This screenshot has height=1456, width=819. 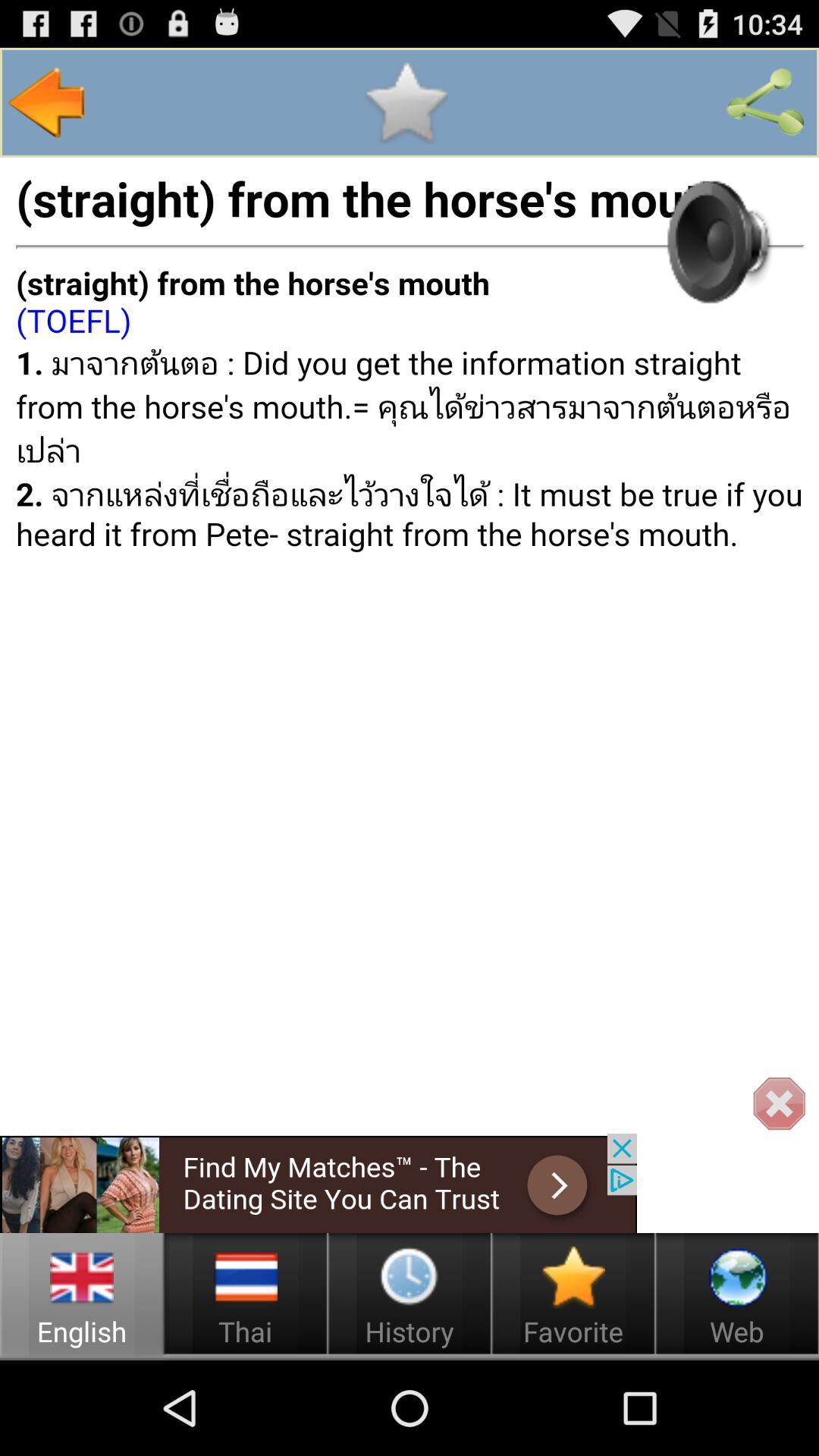 What do you see at coordinates (765, 102) in the screenshot?
I see `share with outside programs or people` at bounding box center [765, 102].